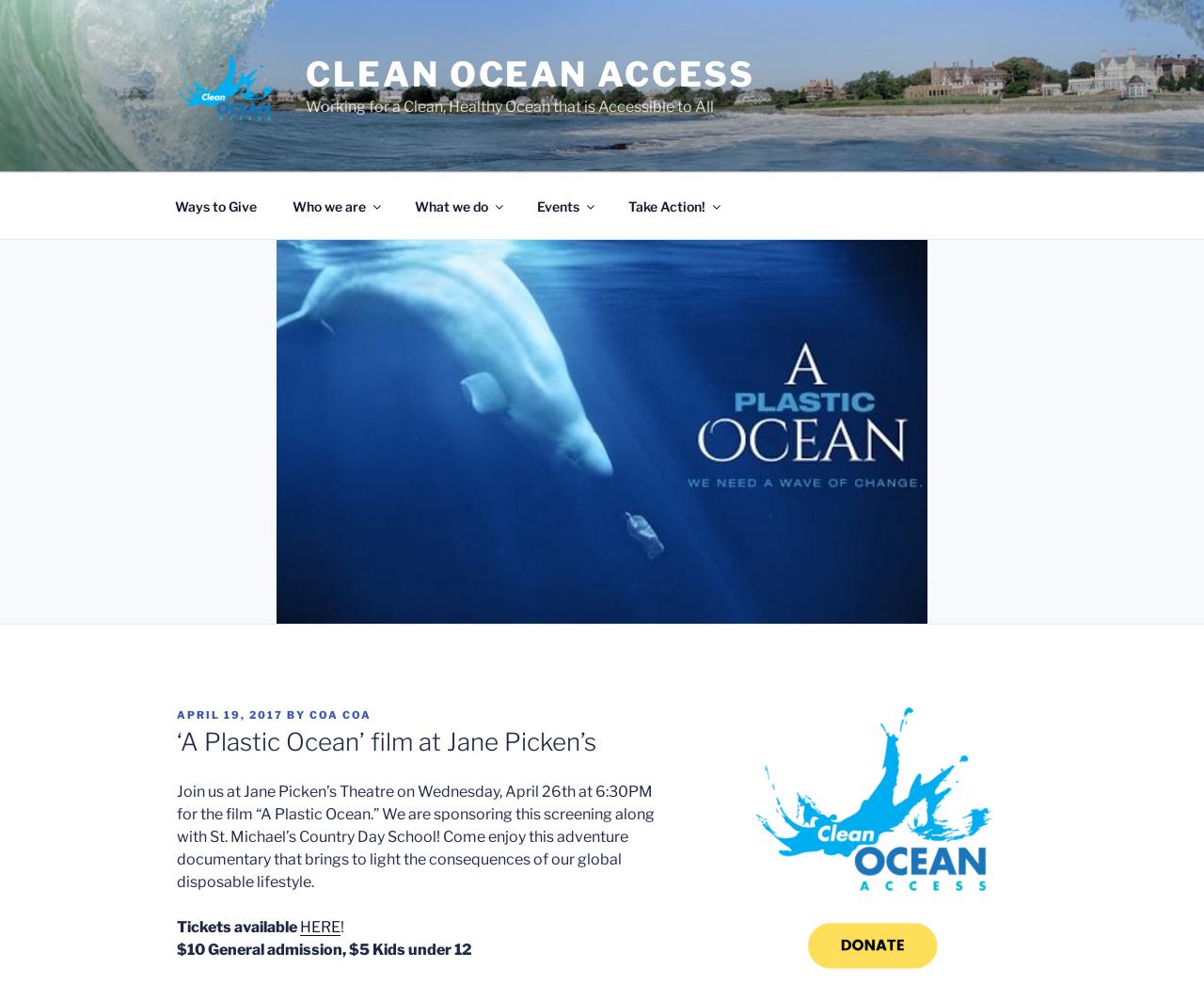 This screenshot has height=1000, width=1204. I want to click on 'Ways to Give', so click(214, 205).